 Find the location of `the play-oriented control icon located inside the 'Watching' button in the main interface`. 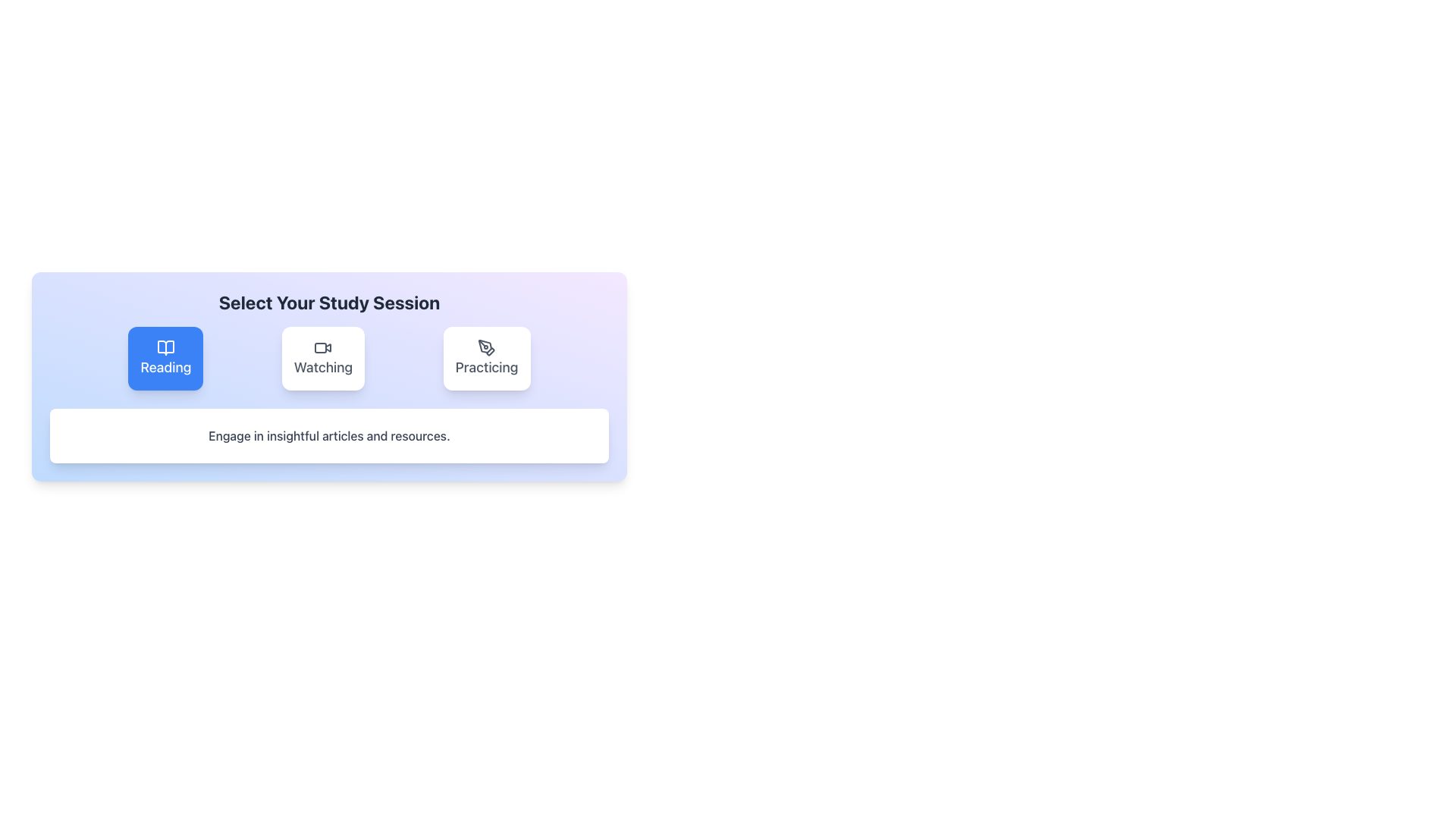

the play-oriented control icon located inside the 'Watching' button in the main interface is located at coordinates (328, 348).